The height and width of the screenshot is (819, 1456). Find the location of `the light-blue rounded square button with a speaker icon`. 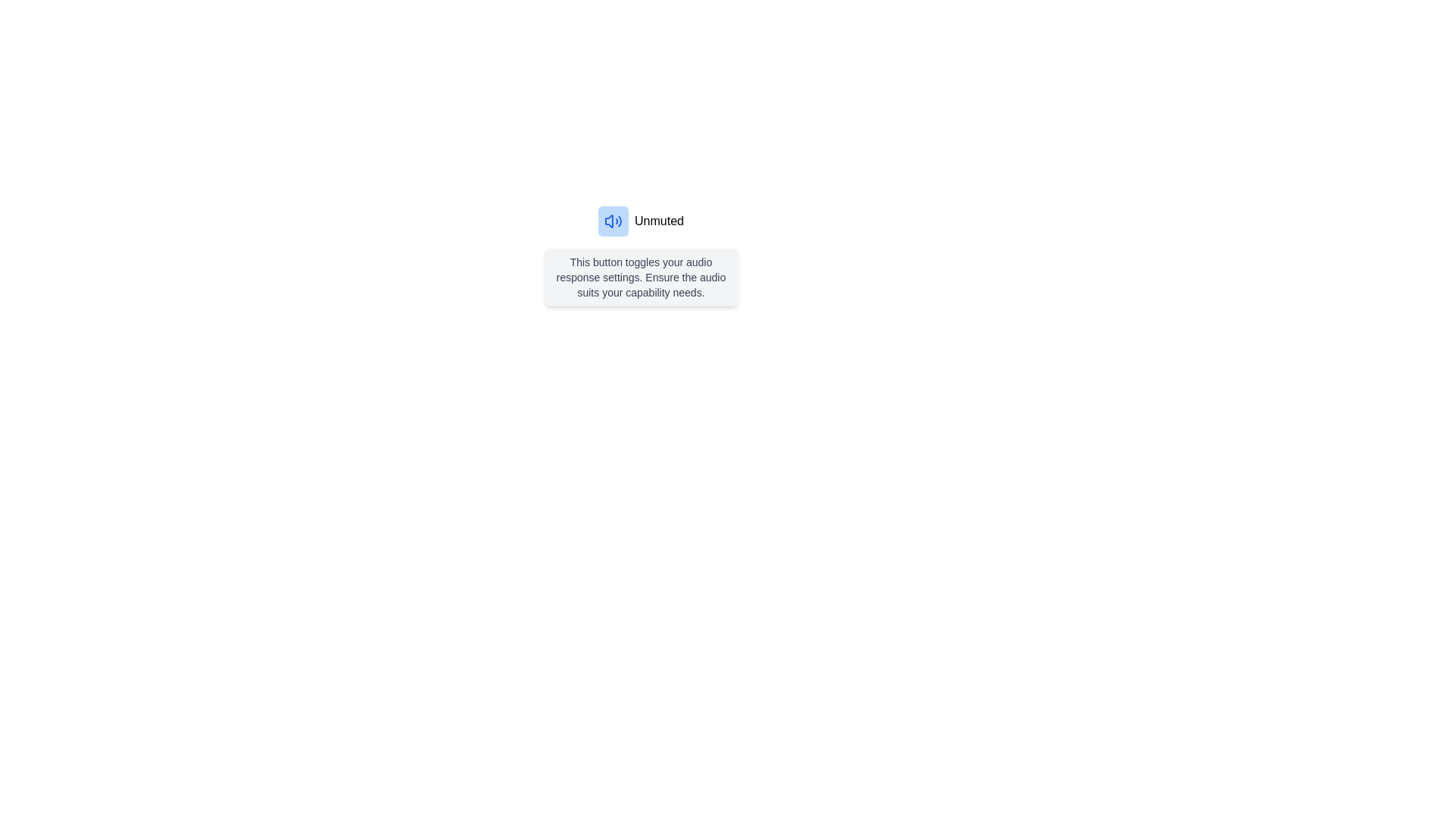

the light-blue rounded square button with a speaker icon is located at coordinates (613, 221).